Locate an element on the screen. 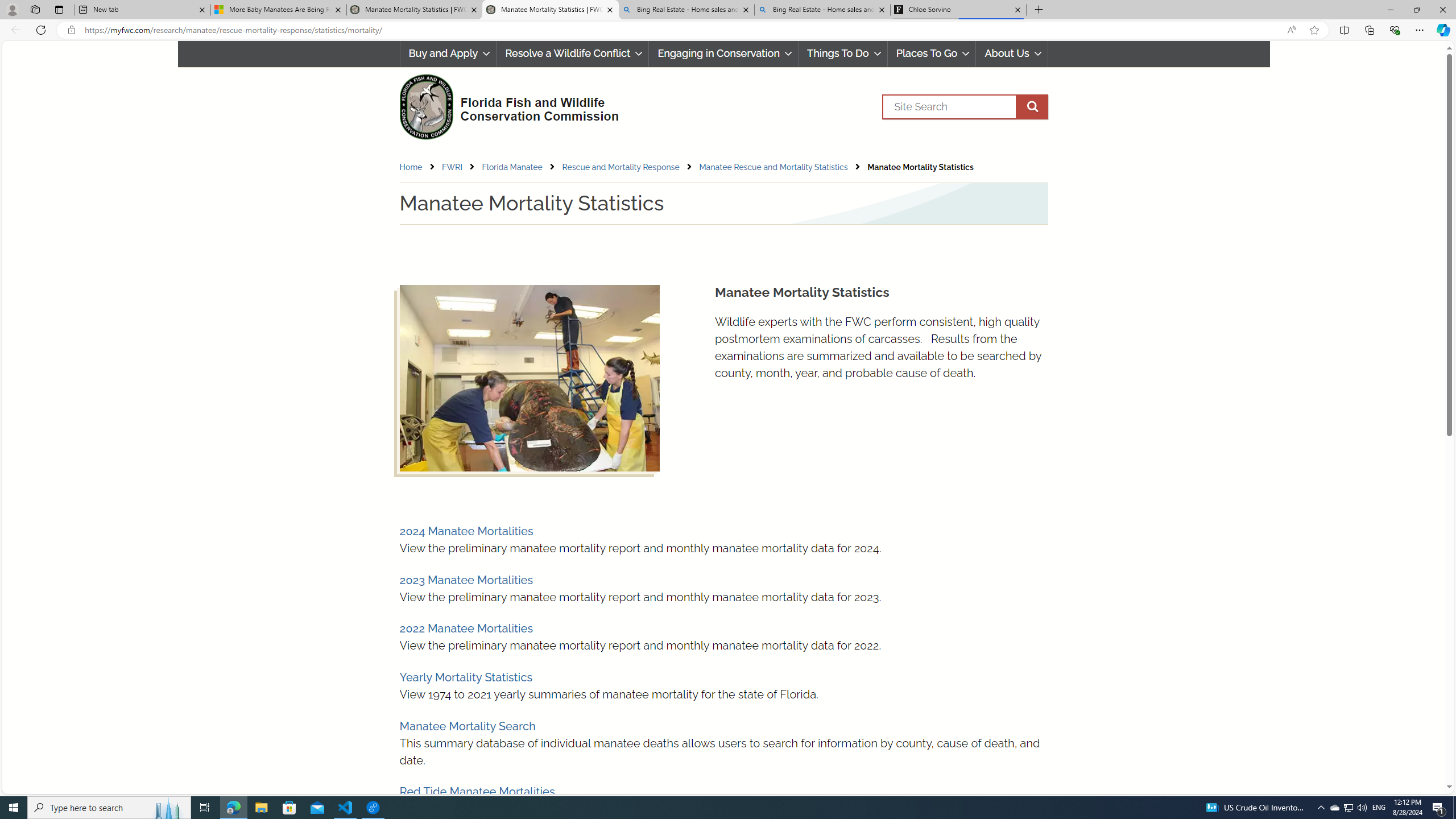 The height and width of the screenshot is (819, 1456). 'Places To Go' is located at coordinates (932, 53).